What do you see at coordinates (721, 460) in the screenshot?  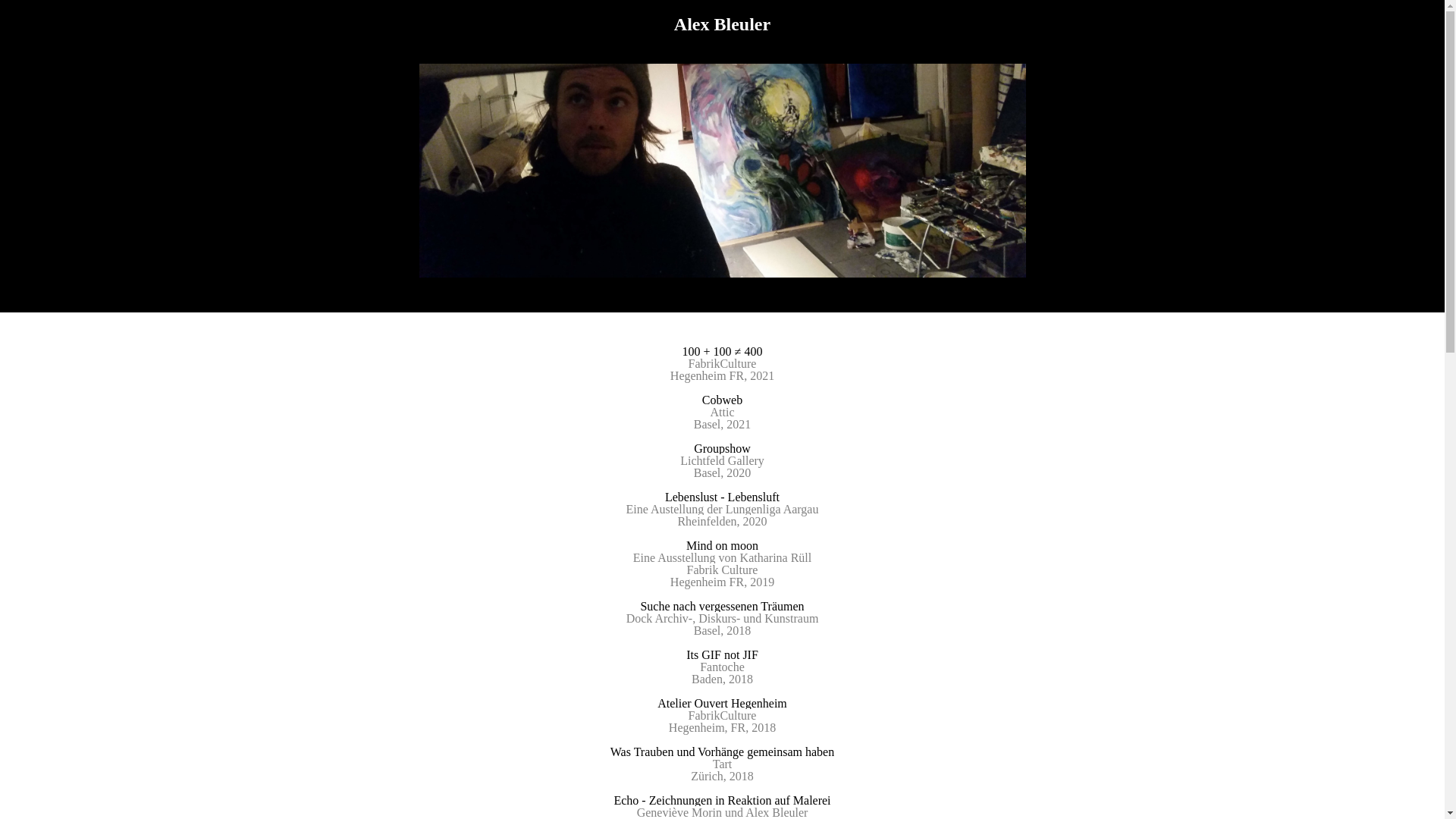 I see `'Lichtfeld Gallery'` at bounding box center [721, 460].